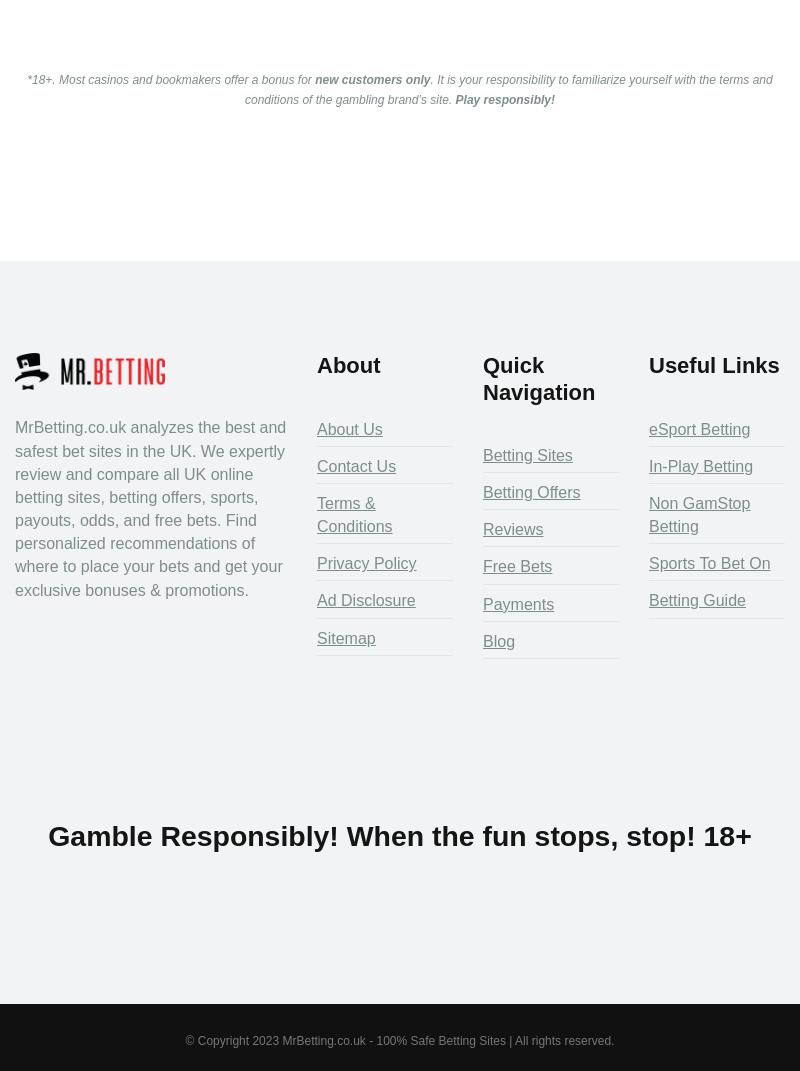  What do you see at coordinates (349, 428) in the screenshot?
I see `'About Us'` at bounding box center [349, 428].